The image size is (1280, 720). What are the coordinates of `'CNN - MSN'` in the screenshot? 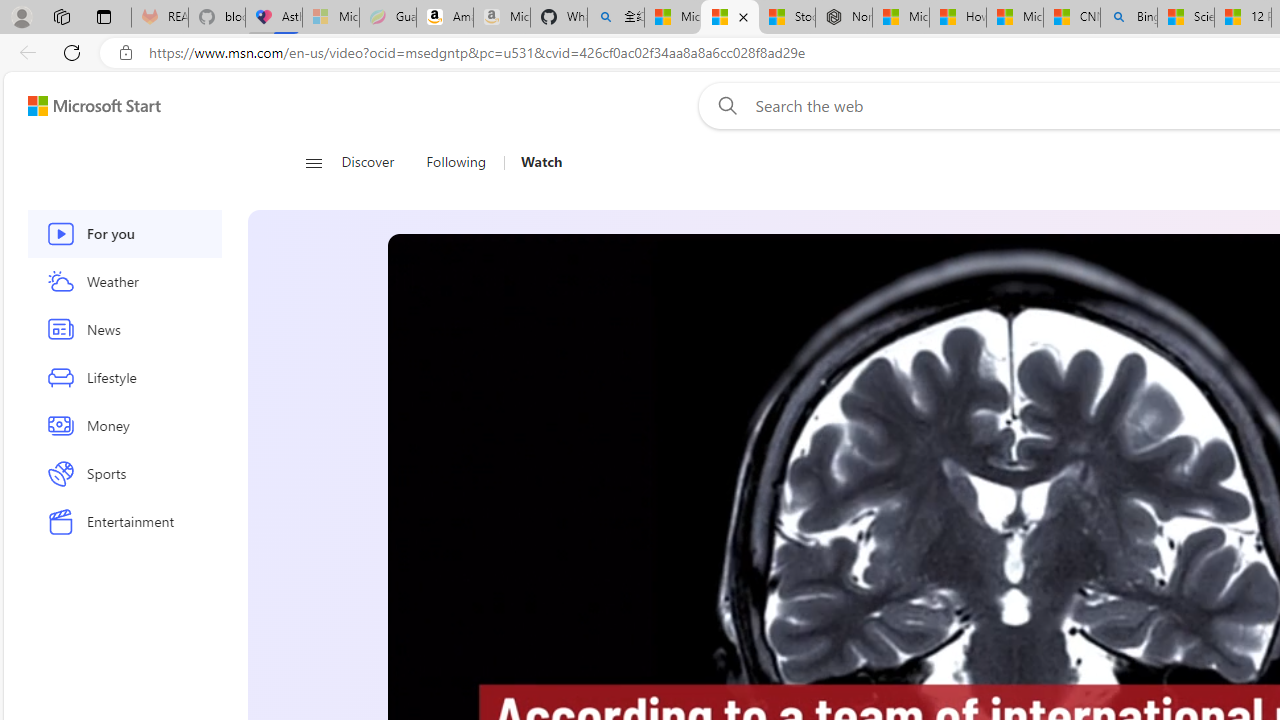 It's located at (1071, 17).